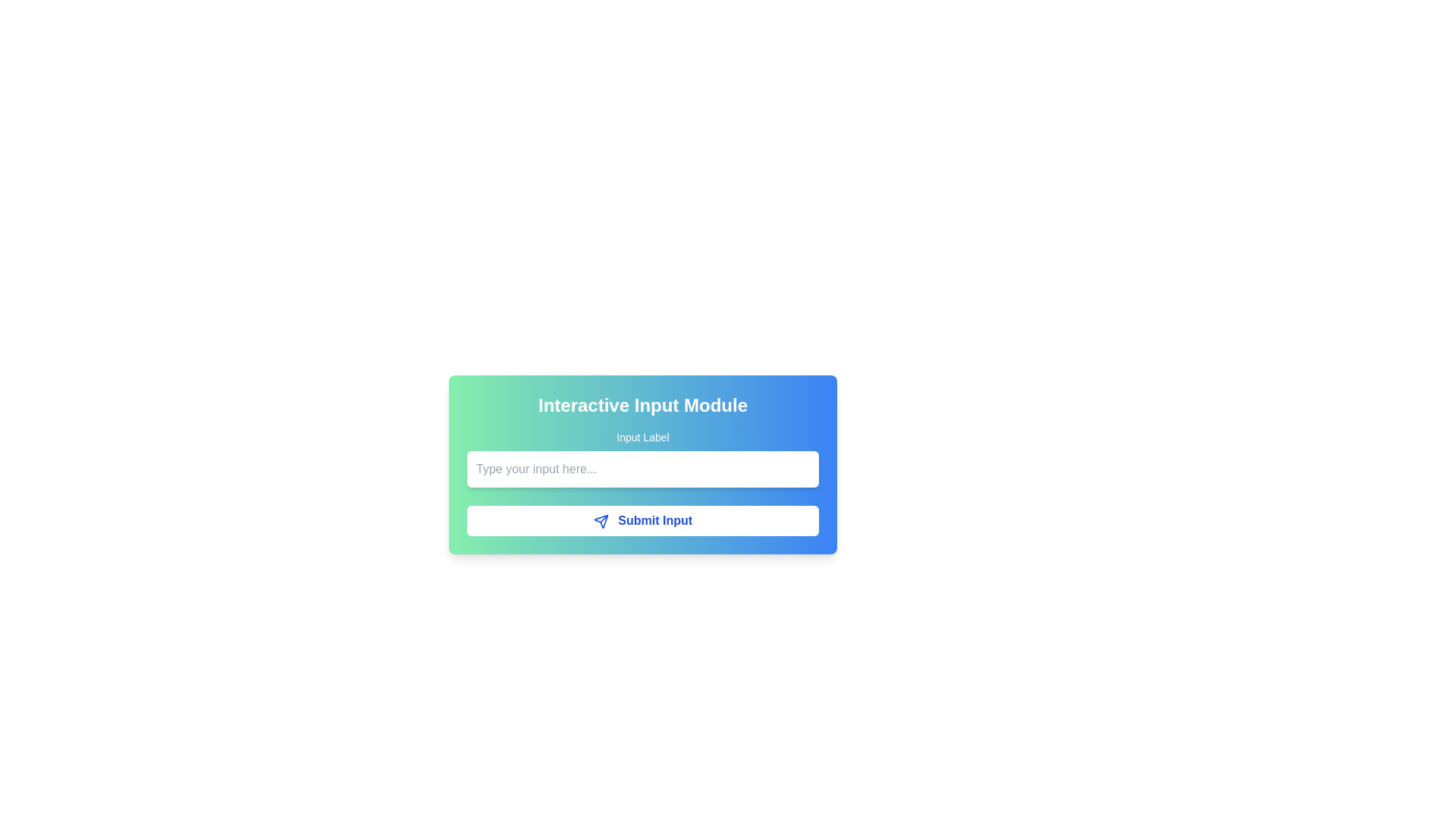  I want to click on the label of the Labeled input field located beneath the heading 'Interactive Input Module', so click(643, 458).